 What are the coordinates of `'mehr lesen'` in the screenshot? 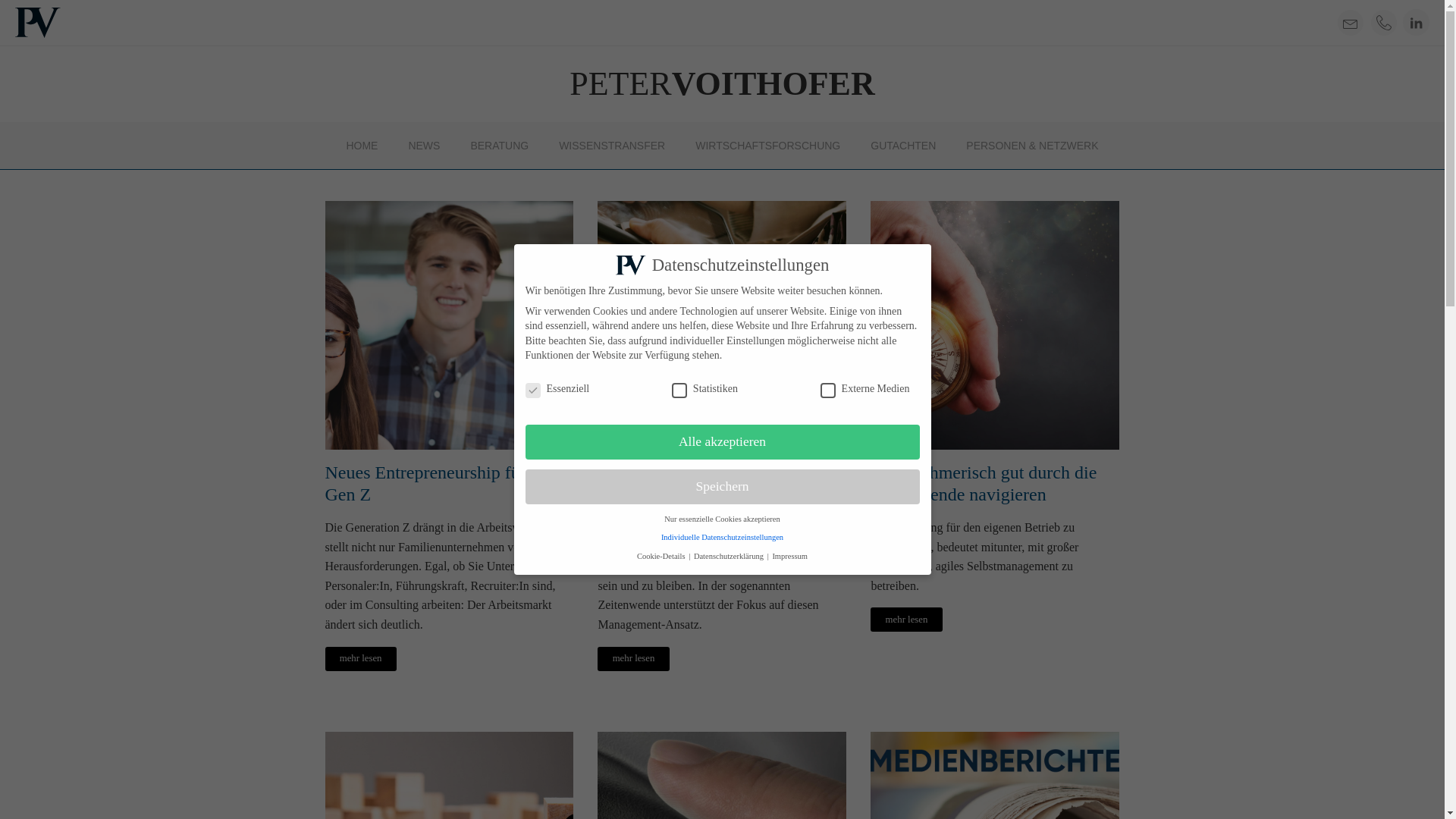 It's located at (633, 657).